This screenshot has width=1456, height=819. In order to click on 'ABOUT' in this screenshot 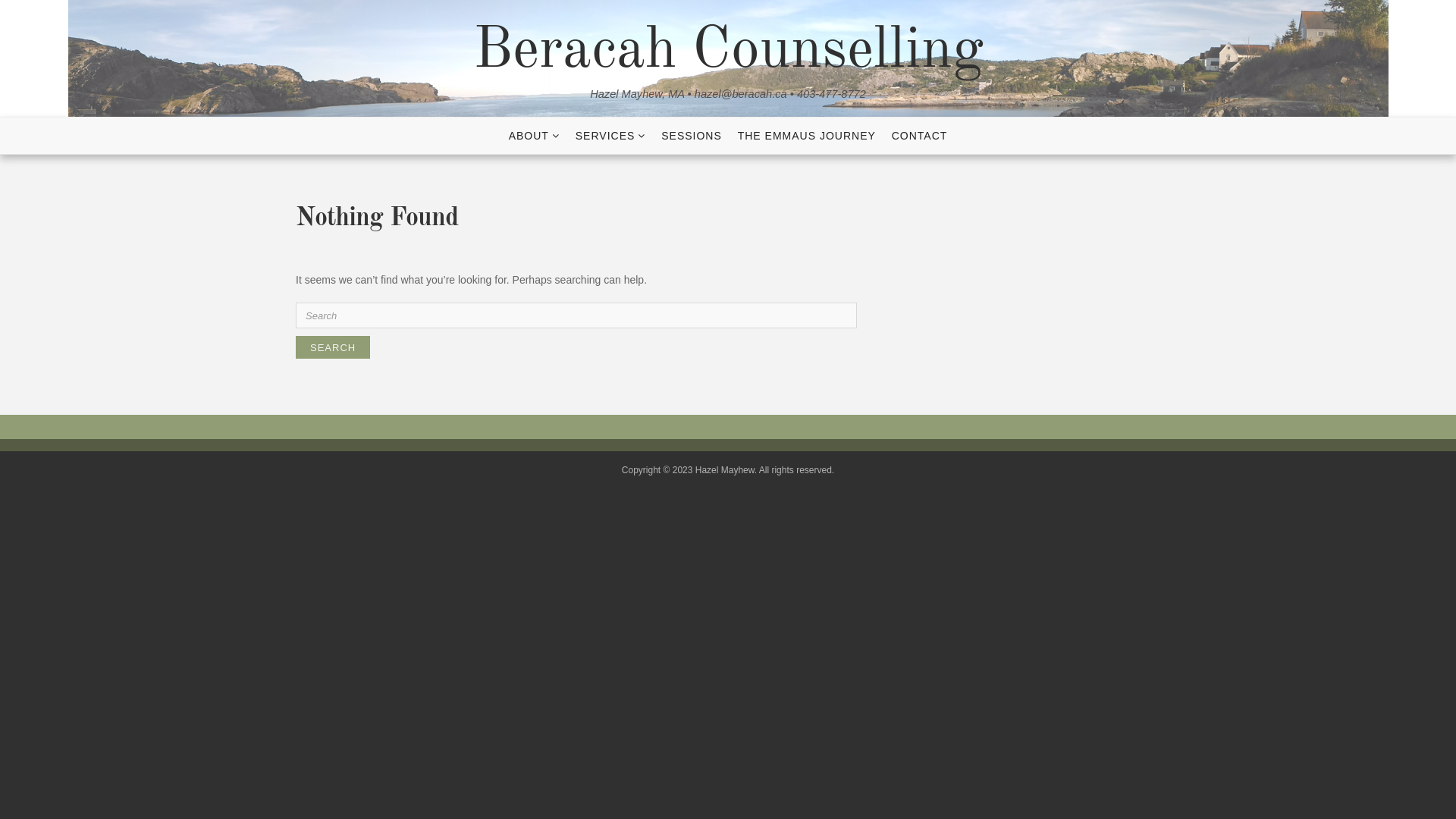, I will do `click(534, 134)`.